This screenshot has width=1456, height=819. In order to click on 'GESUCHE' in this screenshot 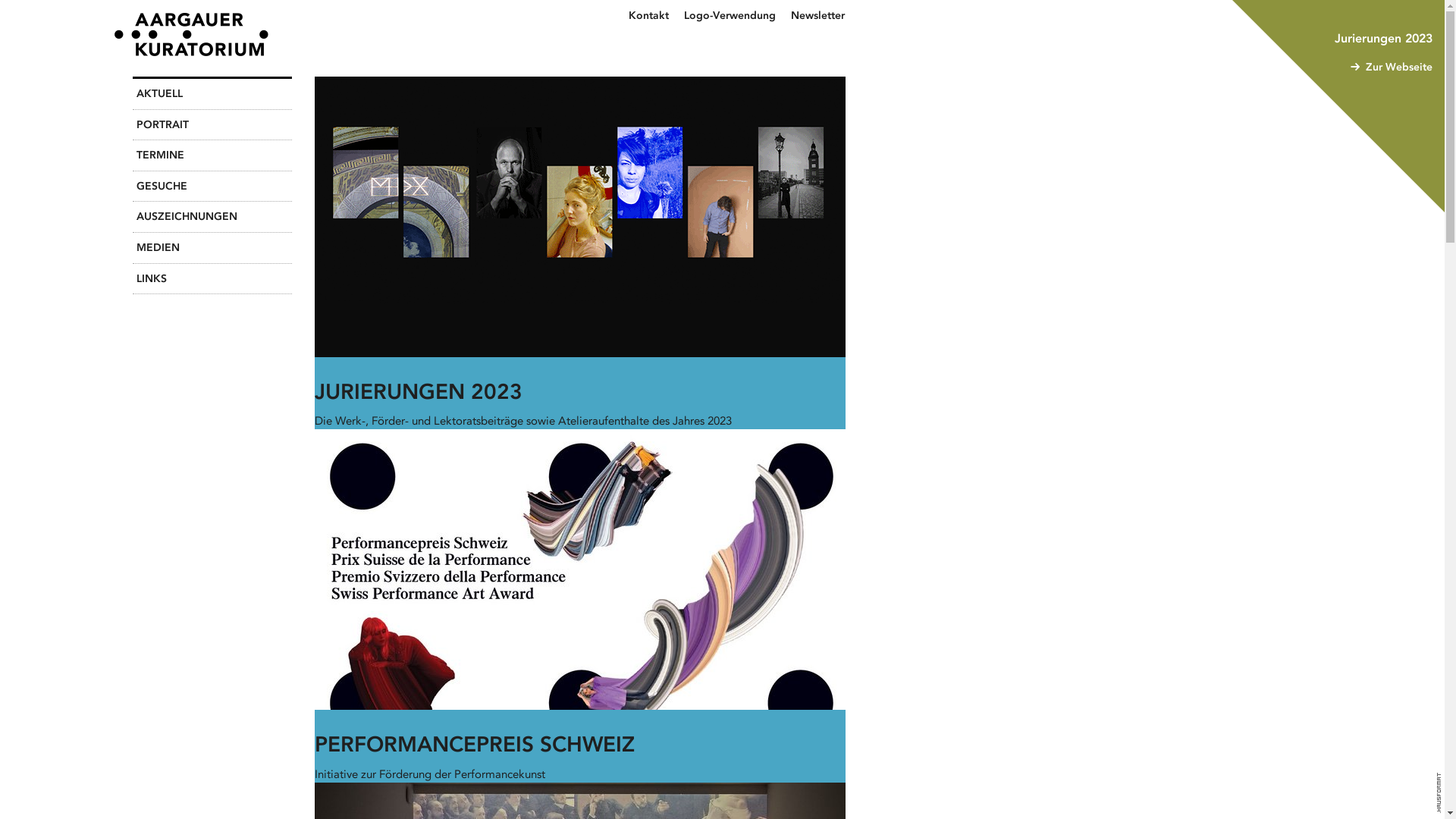, I will do `click(211, 186)`.